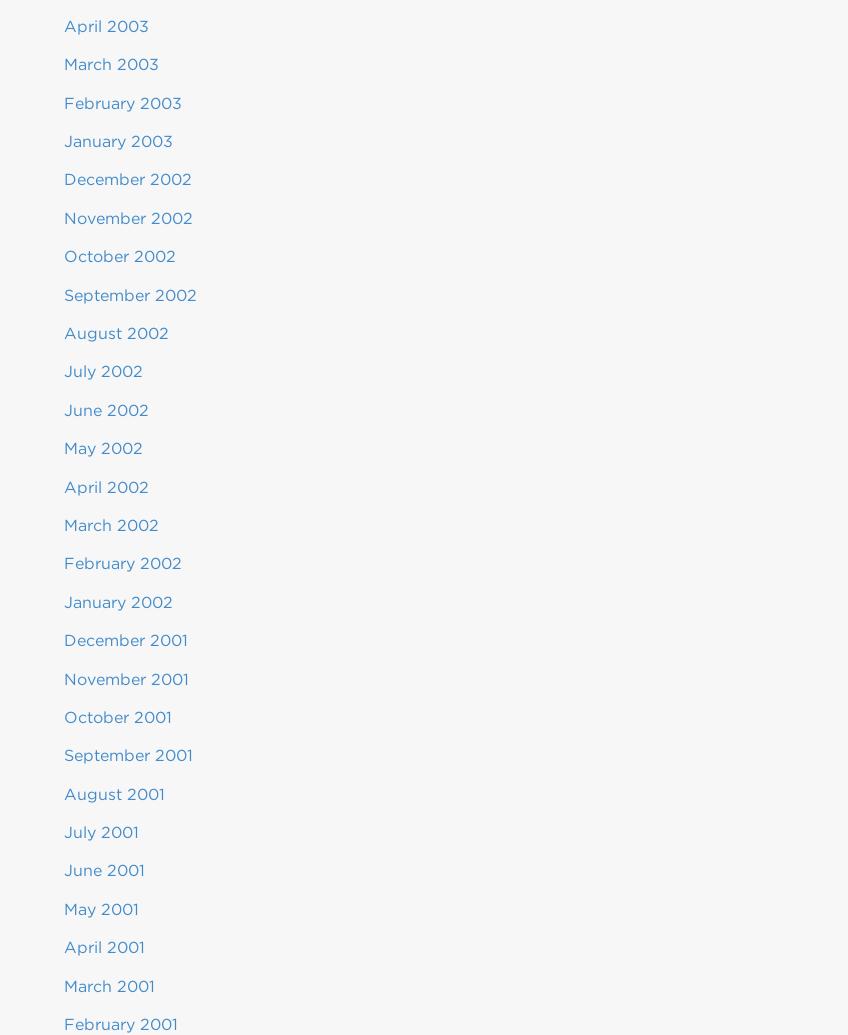 Image resolution: width=848 pixels, height=1035 pixels. Describe the element at coordinates (108, 984) in the screenshot. I see `'March 2001'` at that location.